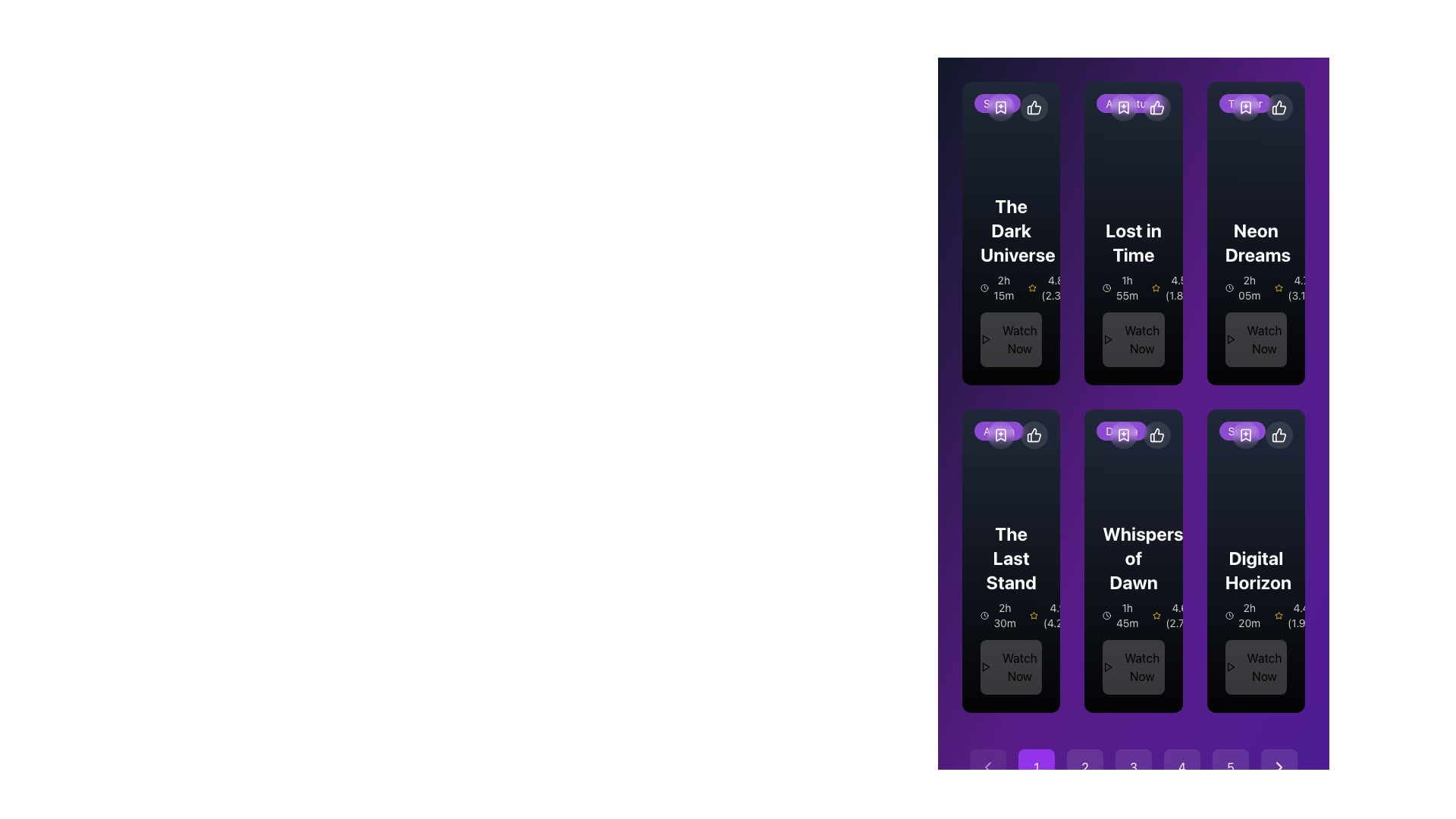 This screenshot has width=1456, height=819. Describe the element at coordinates (1256, 338) in the screenshot. I see `the 'Watch Now' button located below the text '2h 05m' and '4.7 (3.1k)' on the 'Neon Dreams' card in the third column of the top row` at that location.